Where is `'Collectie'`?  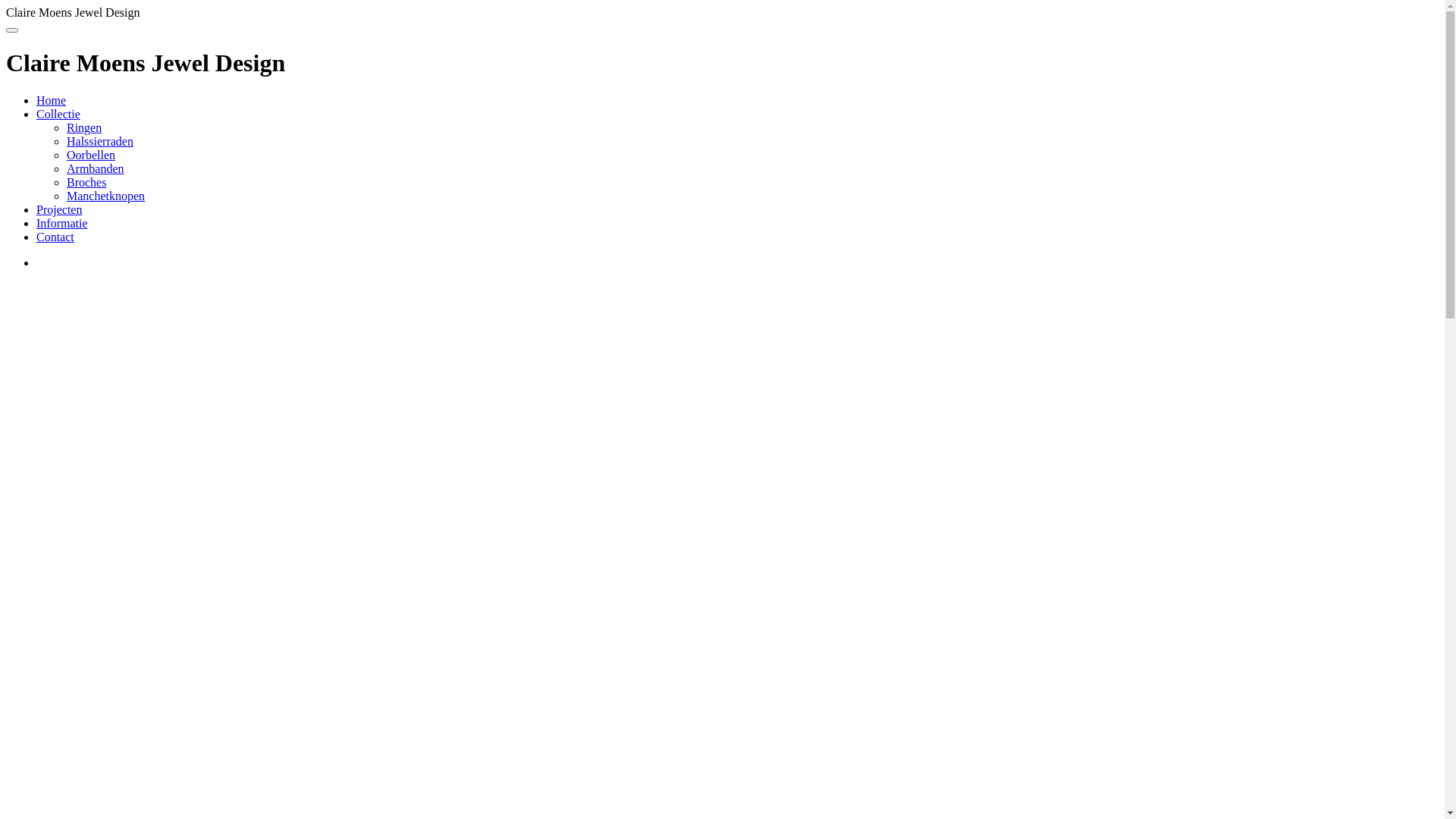
'Collectie' is located at coordinates (58, 113).